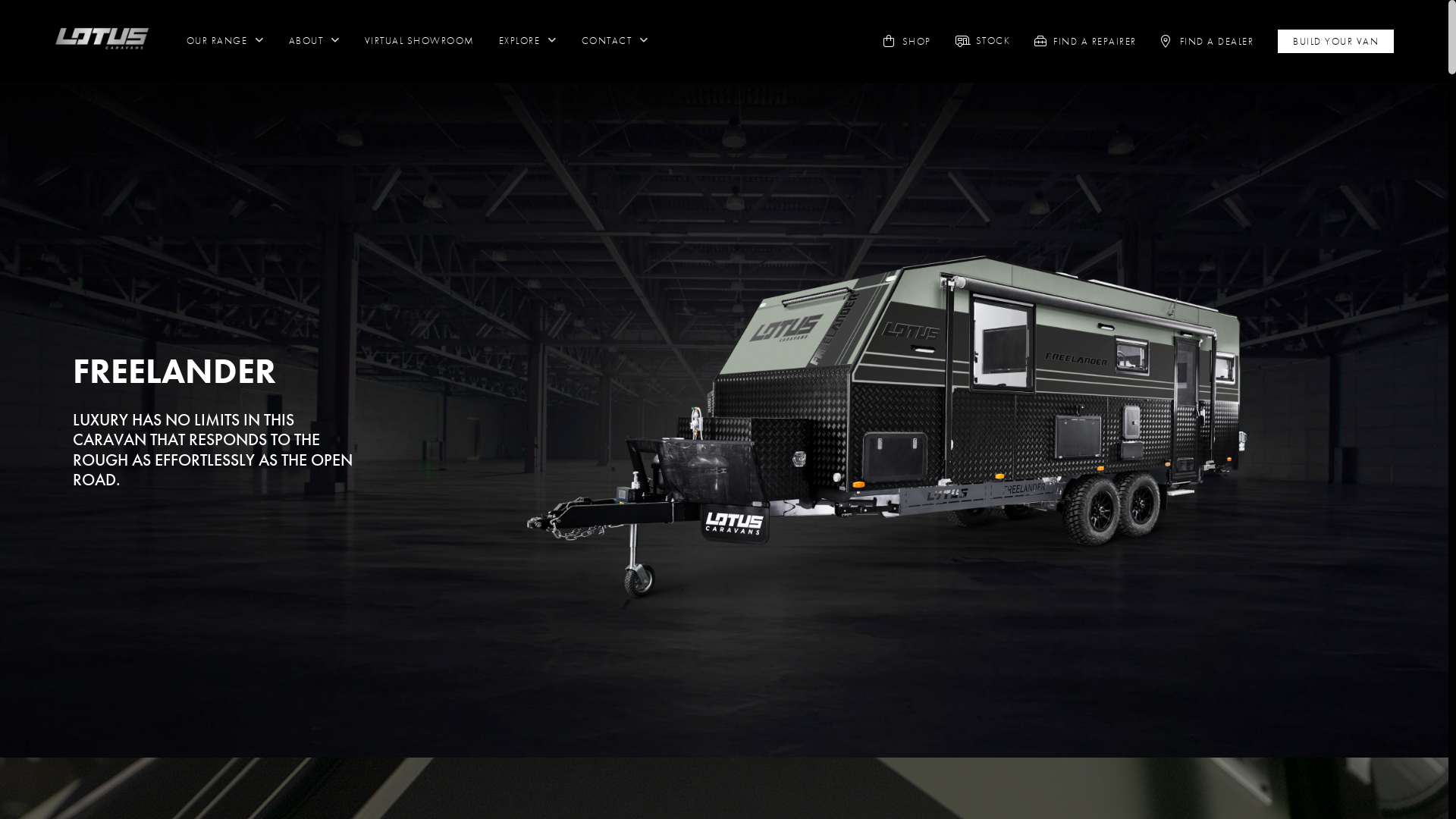 This screenshot has width=1456, height=819. Describe the element at coordinates (224, 40) in the screenshot. I see `'OUR RANGE'` at that location.